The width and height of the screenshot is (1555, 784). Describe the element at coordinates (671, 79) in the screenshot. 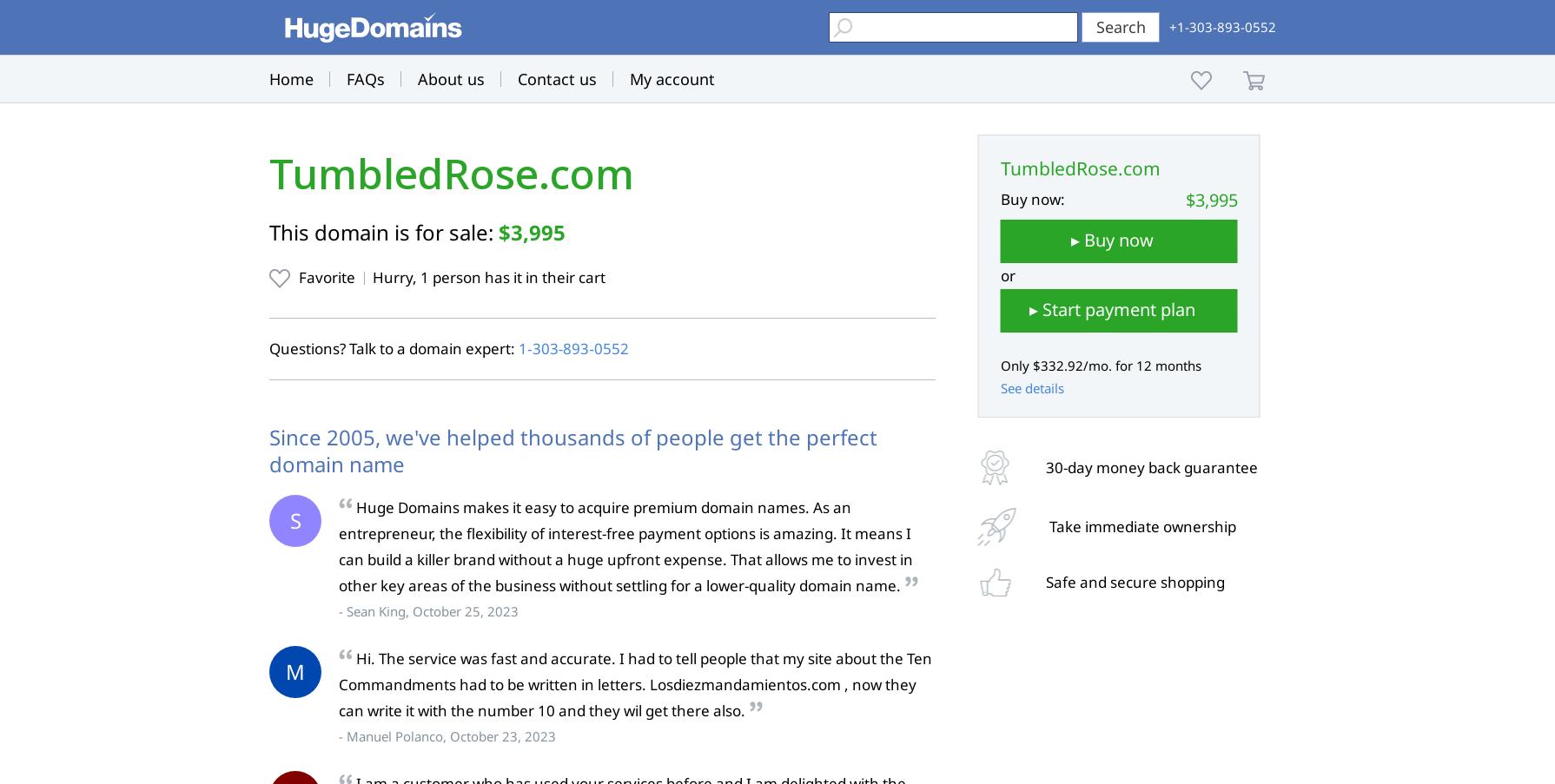

I see `'My account'` at that location.